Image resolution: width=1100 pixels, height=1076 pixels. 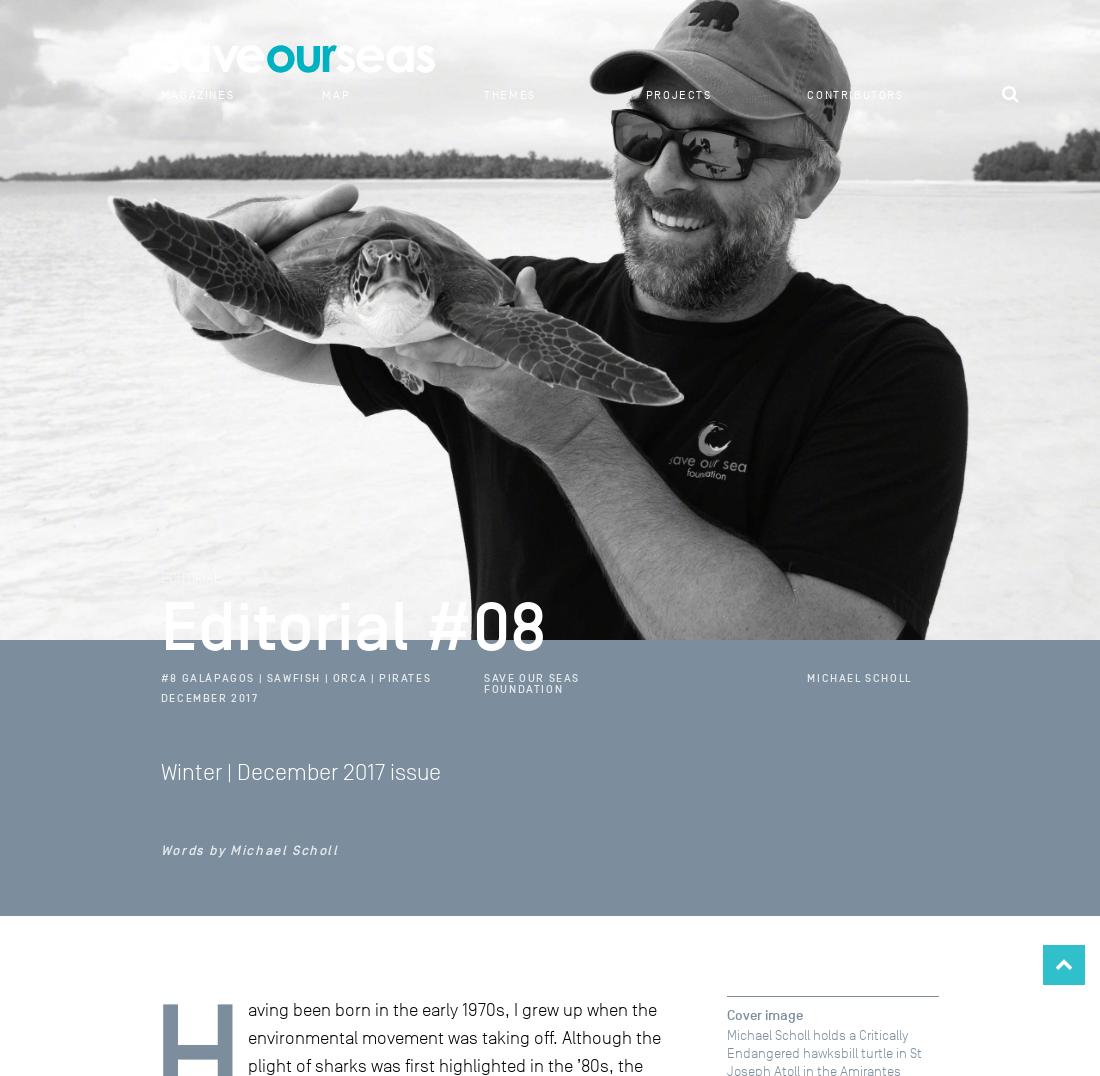 I want to click on 'Map', so click(x=335, y=94).